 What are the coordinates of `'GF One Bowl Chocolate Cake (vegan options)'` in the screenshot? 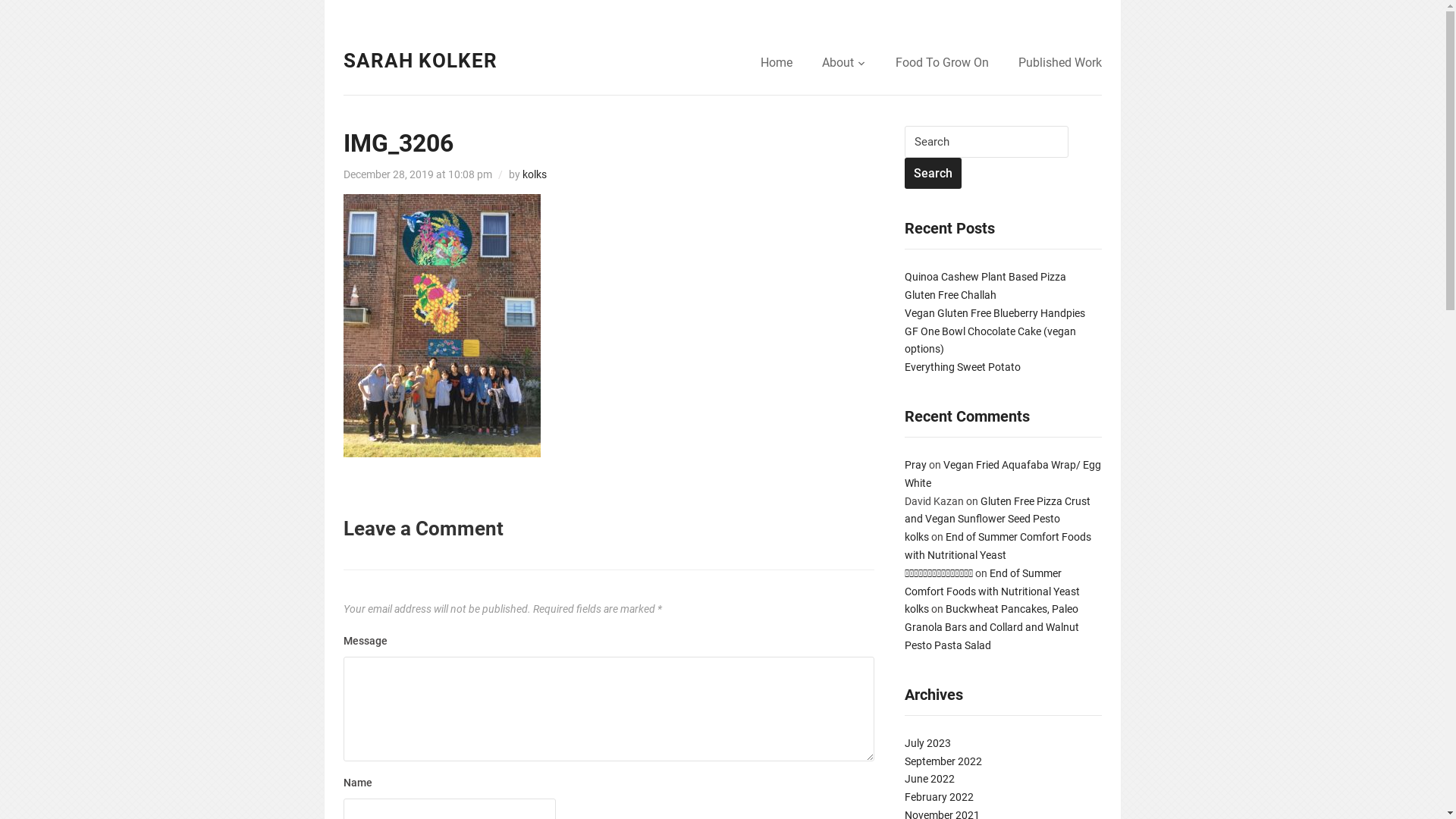 It's located at (990, 339).